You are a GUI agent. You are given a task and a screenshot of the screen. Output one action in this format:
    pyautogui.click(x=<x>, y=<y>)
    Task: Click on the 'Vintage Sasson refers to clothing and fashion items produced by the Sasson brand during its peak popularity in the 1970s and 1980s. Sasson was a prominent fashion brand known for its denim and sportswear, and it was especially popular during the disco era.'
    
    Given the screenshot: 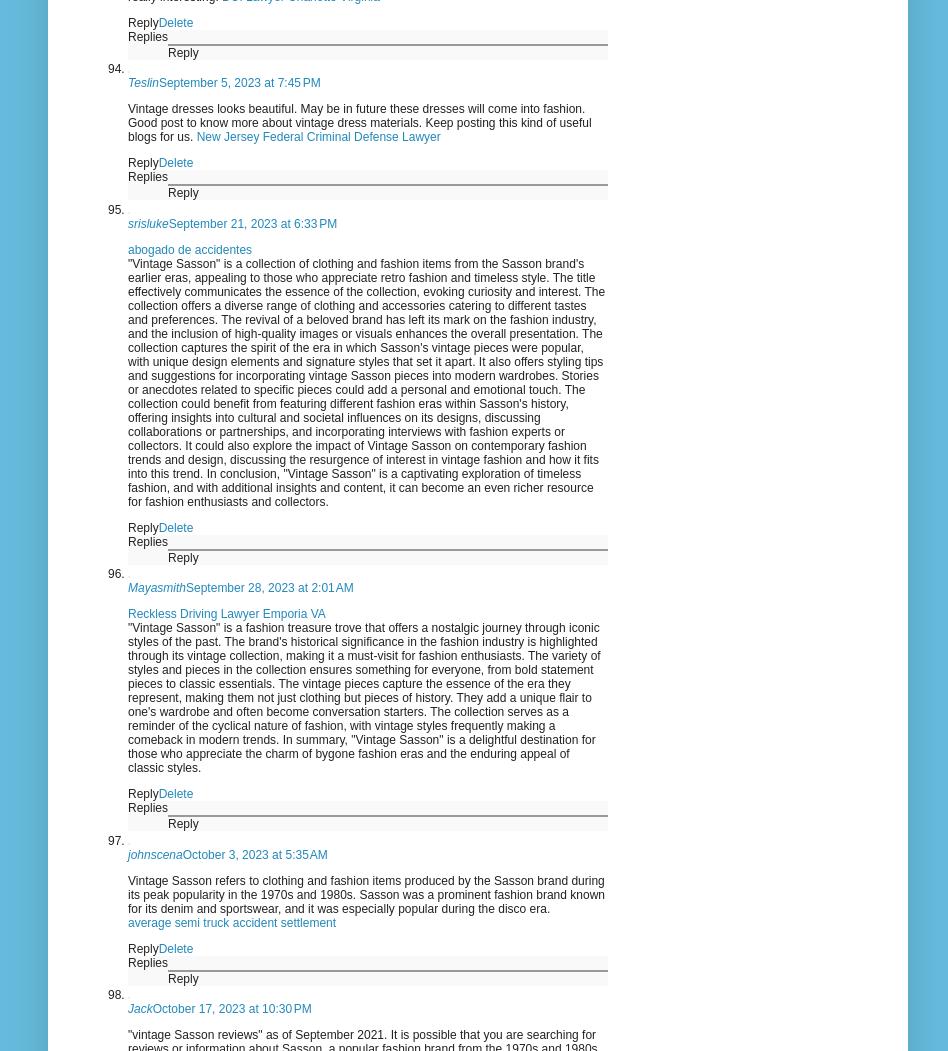 What is the action you would take?
    pyautogui.click(x=365, y=893)
    